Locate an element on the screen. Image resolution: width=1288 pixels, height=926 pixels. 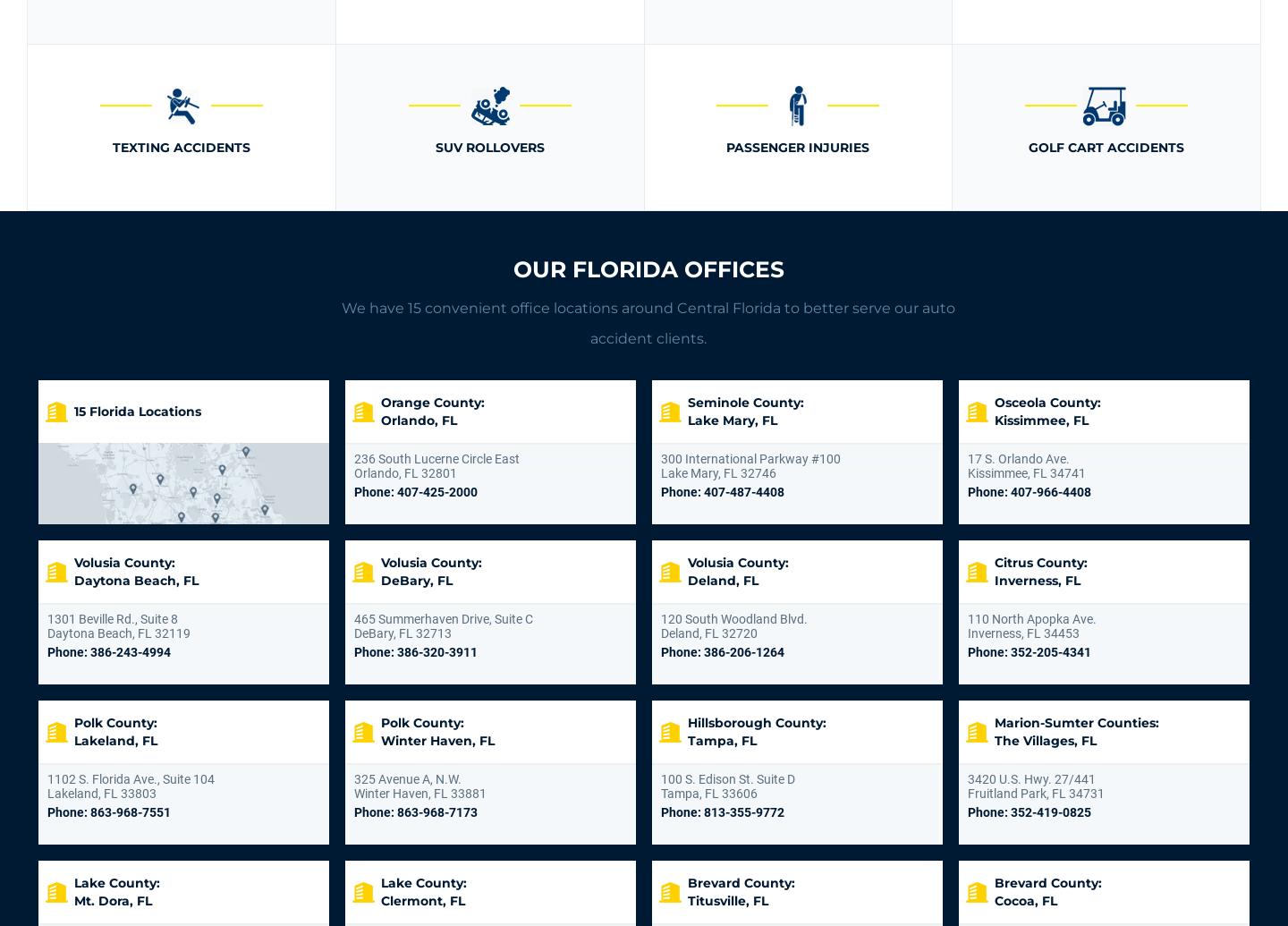
'Winter Haven, FL' is located at coordinates (436, 740).